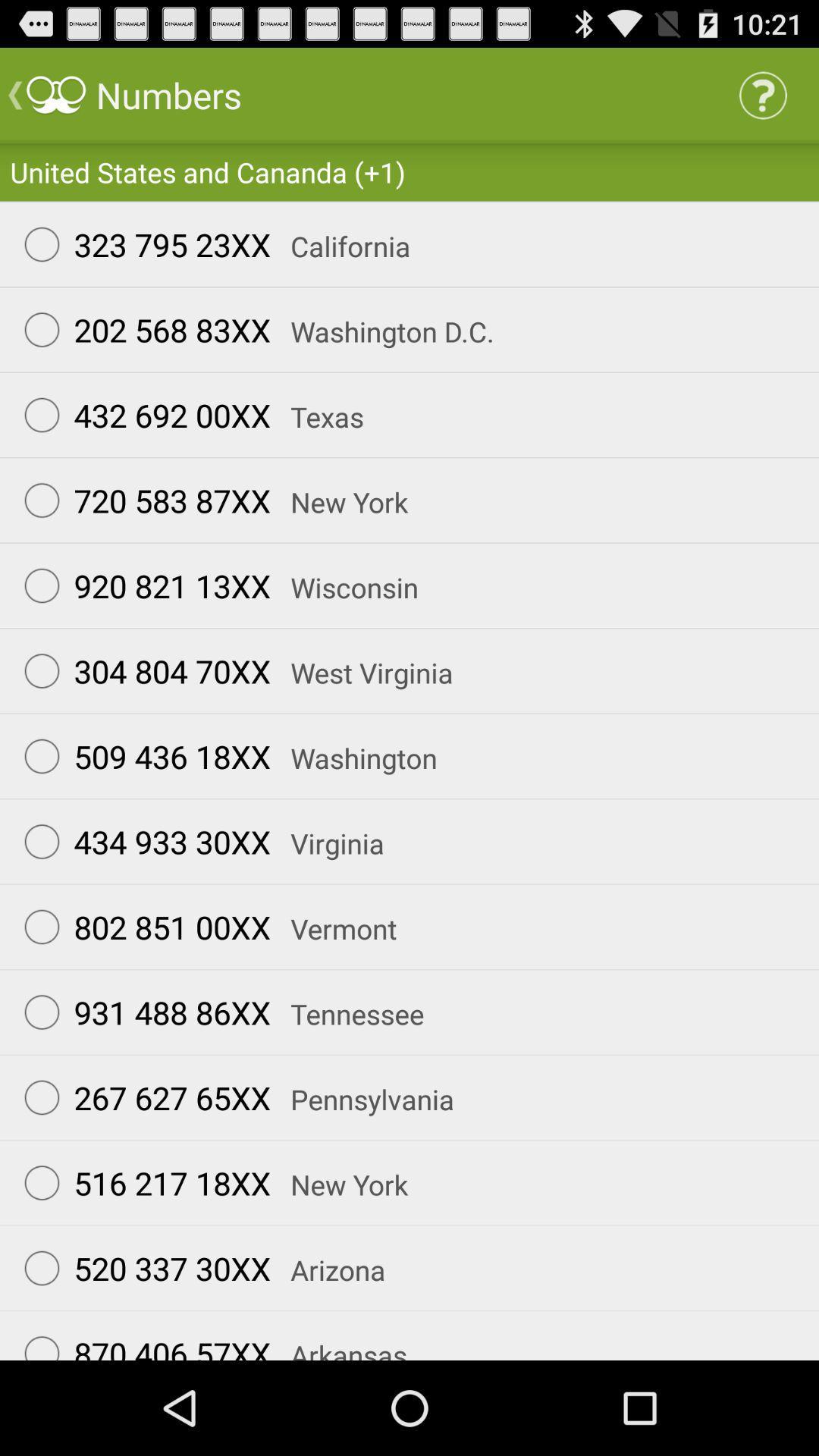  What do you see at coordinates (316, 416) in the screenshot?
I see `the texas icon` at bounding box center [316, 416].